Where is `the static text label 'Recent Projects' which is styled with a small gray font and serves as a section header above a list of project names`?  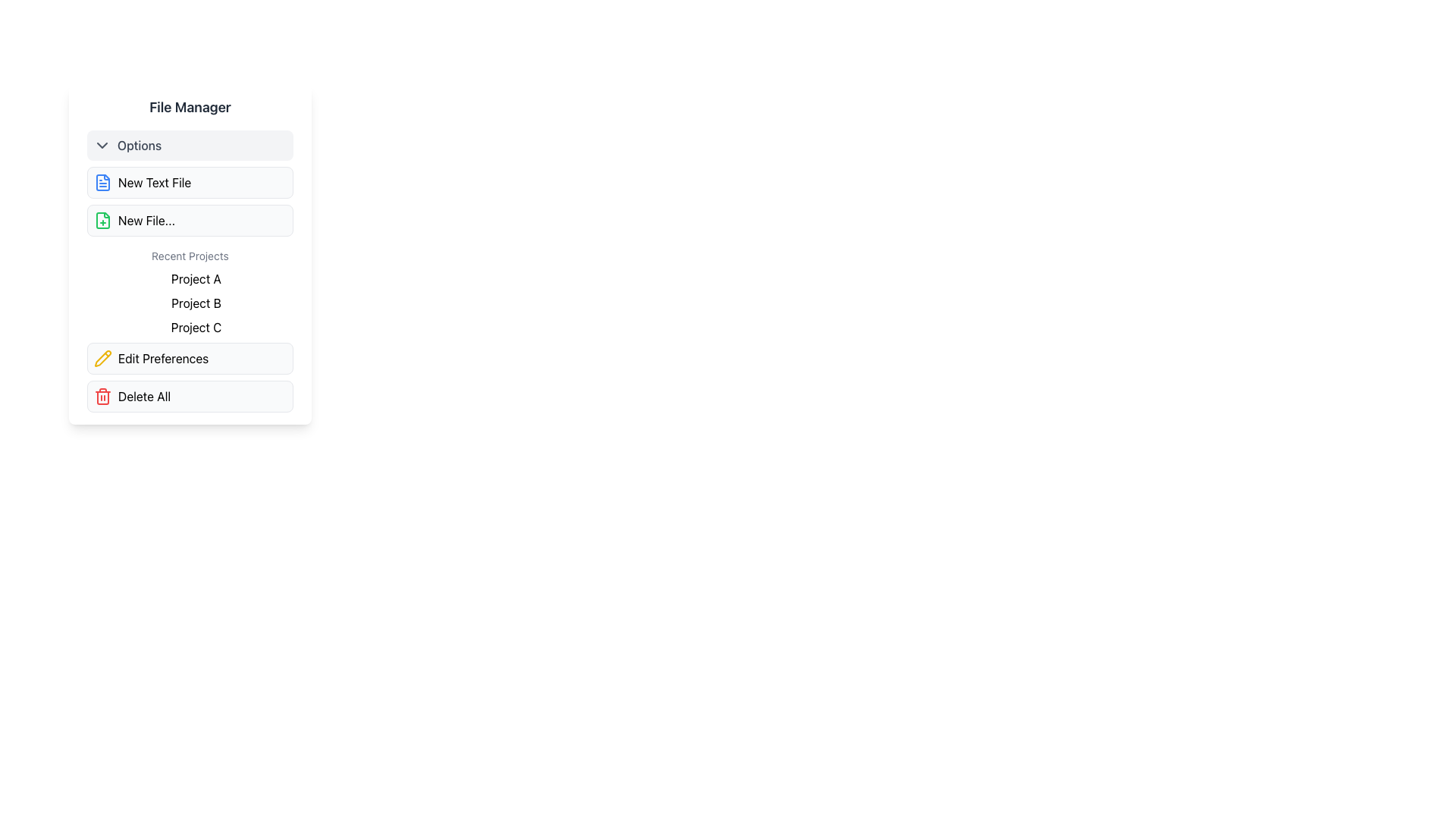
the static text label 'Recent Projects' which is styled with a small gray font and serves as a section header above a list of project names is located at coordinates (189, 256).